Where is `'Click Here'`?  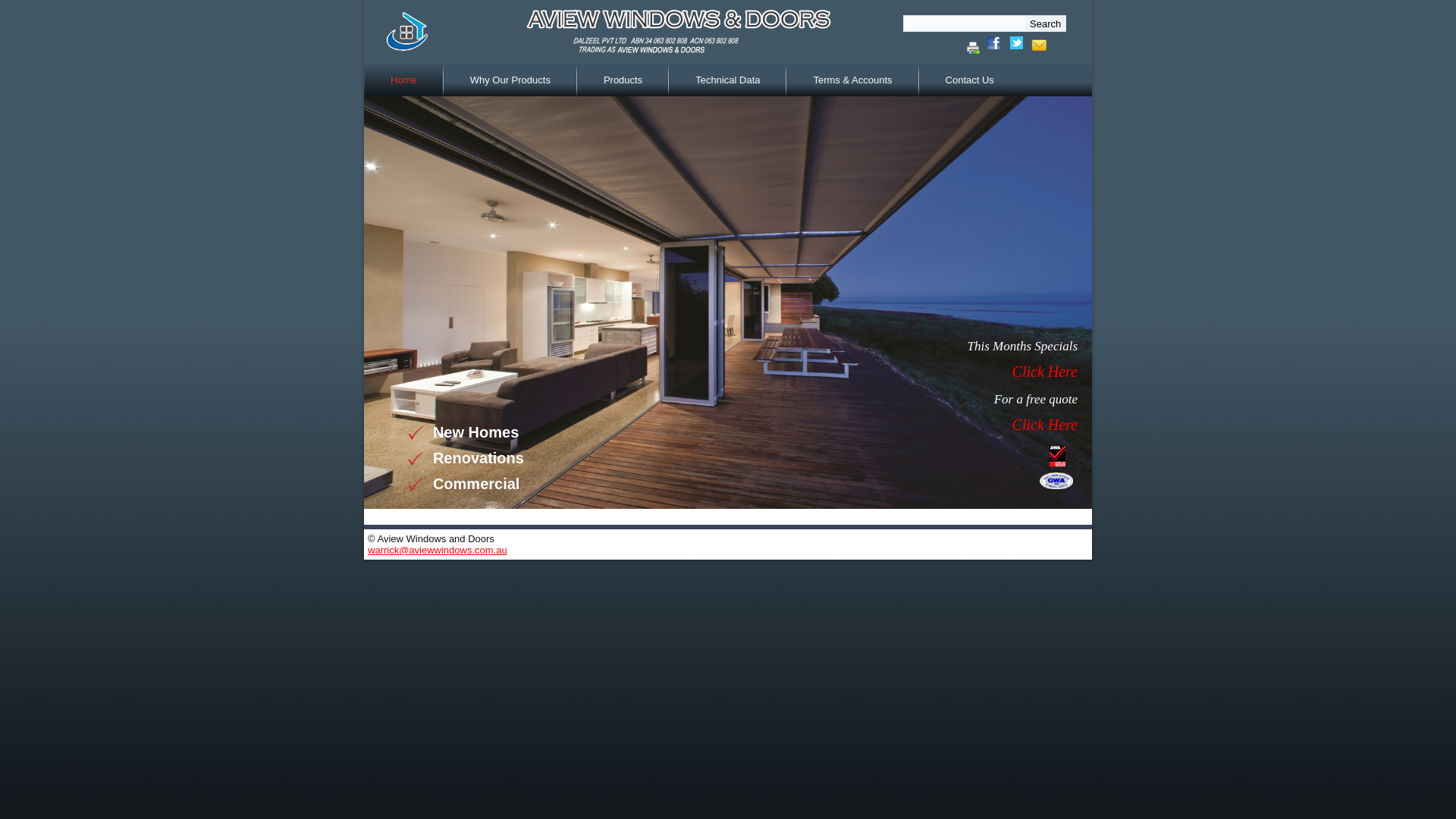
'Click Here' is located at coordinates (1043, 371).